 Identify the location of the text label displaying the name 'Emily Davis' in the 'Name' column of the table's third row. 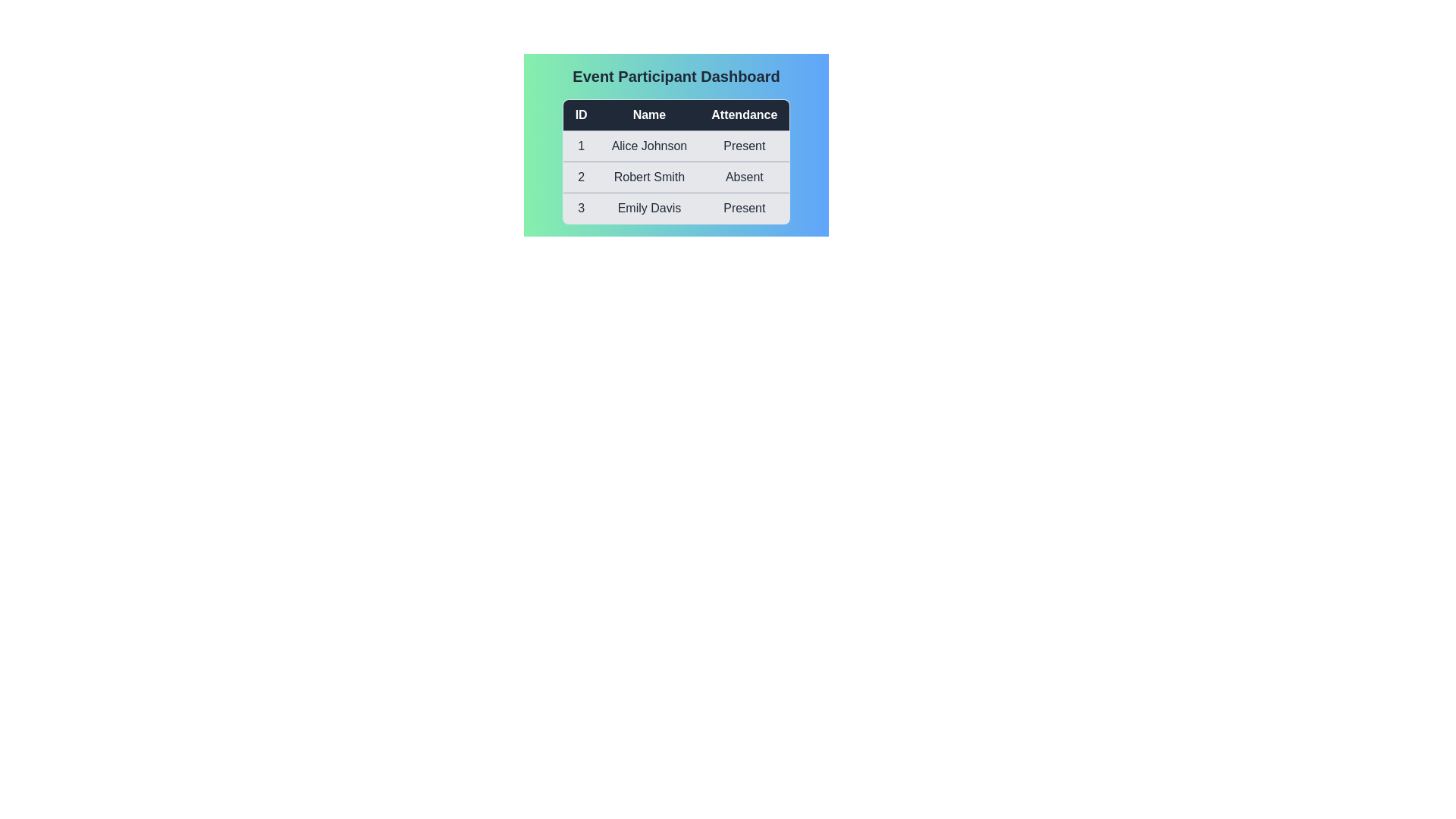
(649, 208).